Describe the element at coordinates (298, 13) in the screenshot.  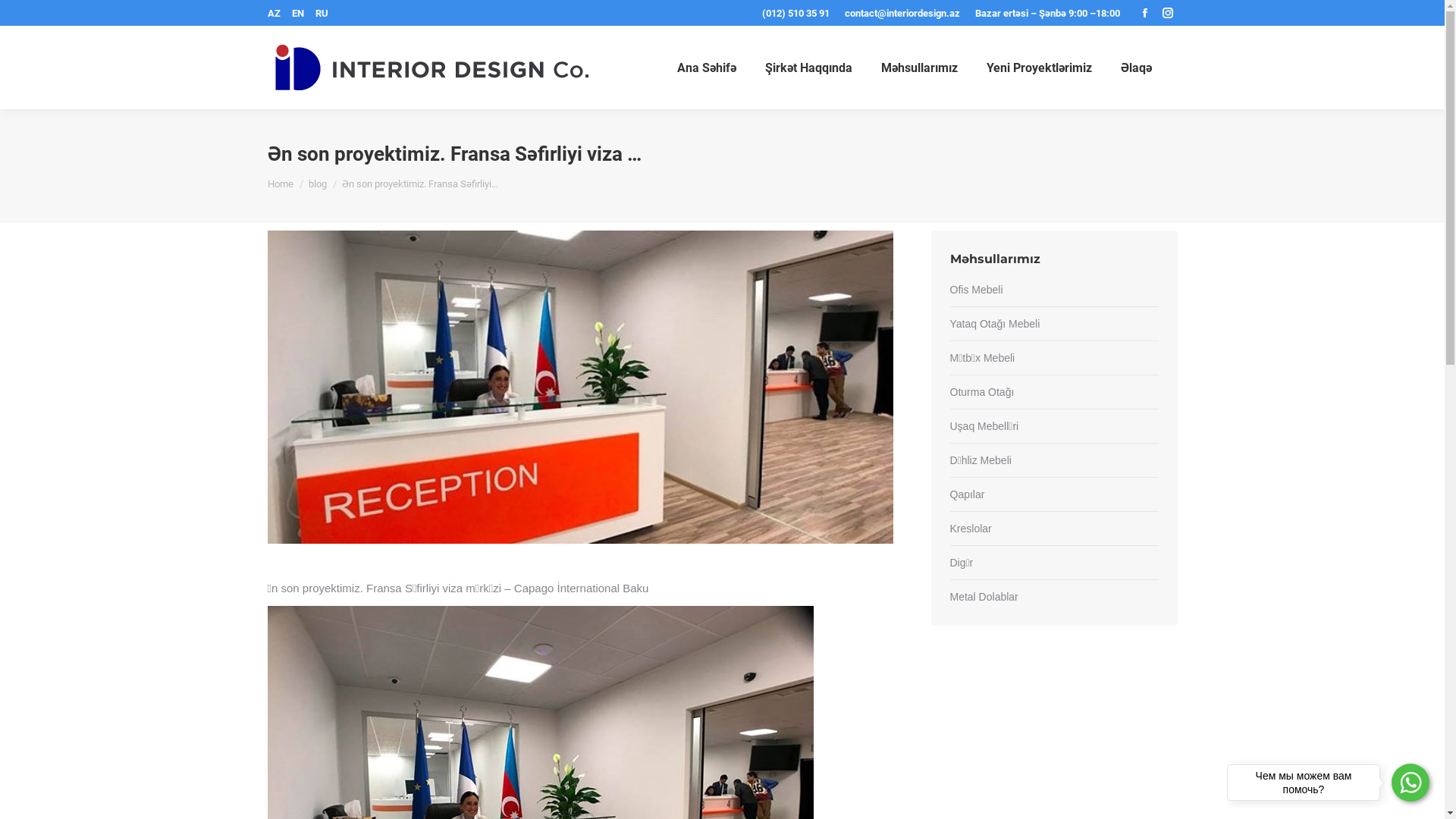
I see `'EN'` at that location.